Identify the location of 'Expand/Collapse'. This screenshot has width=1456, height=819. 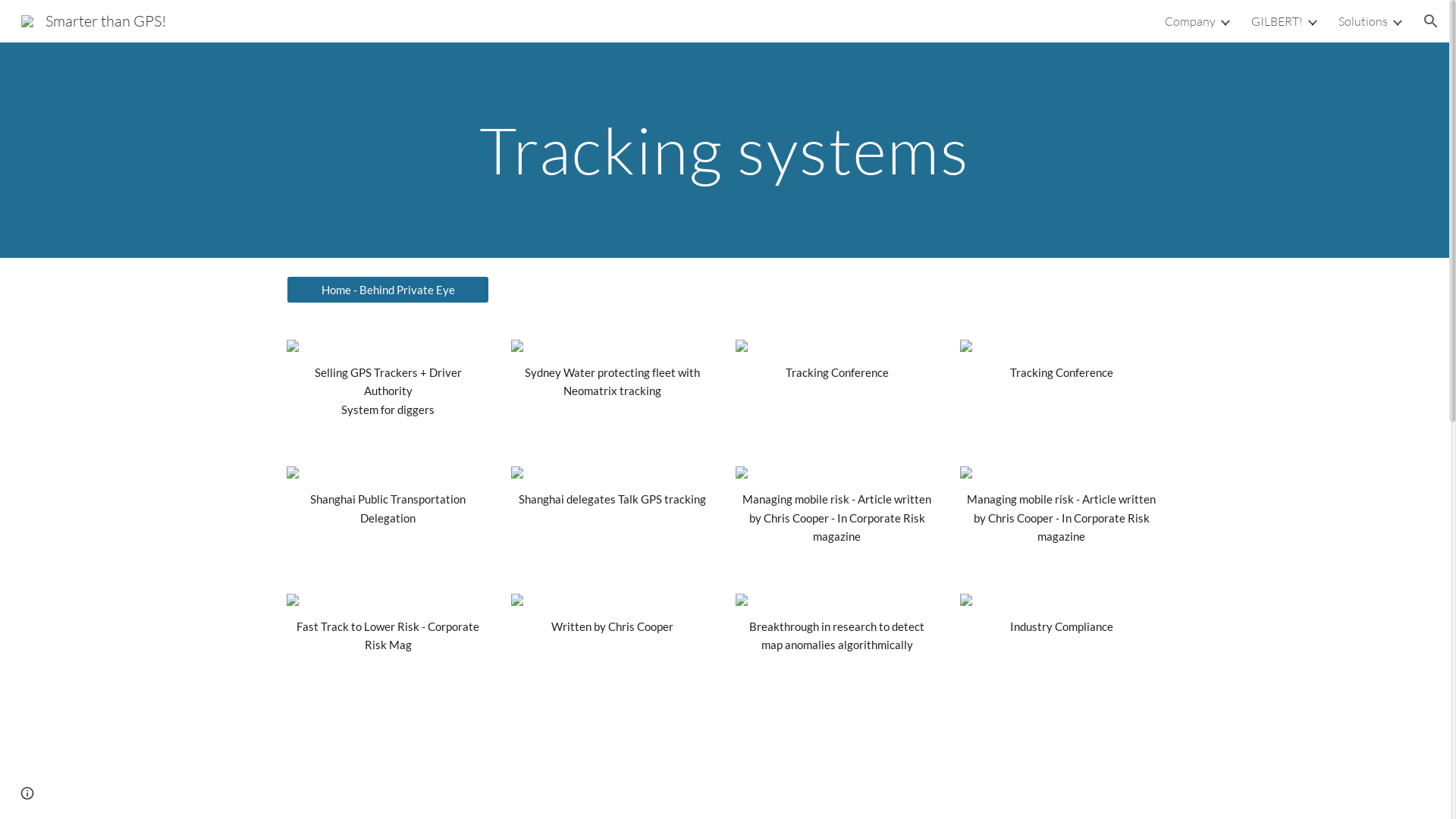
(1310, 20).